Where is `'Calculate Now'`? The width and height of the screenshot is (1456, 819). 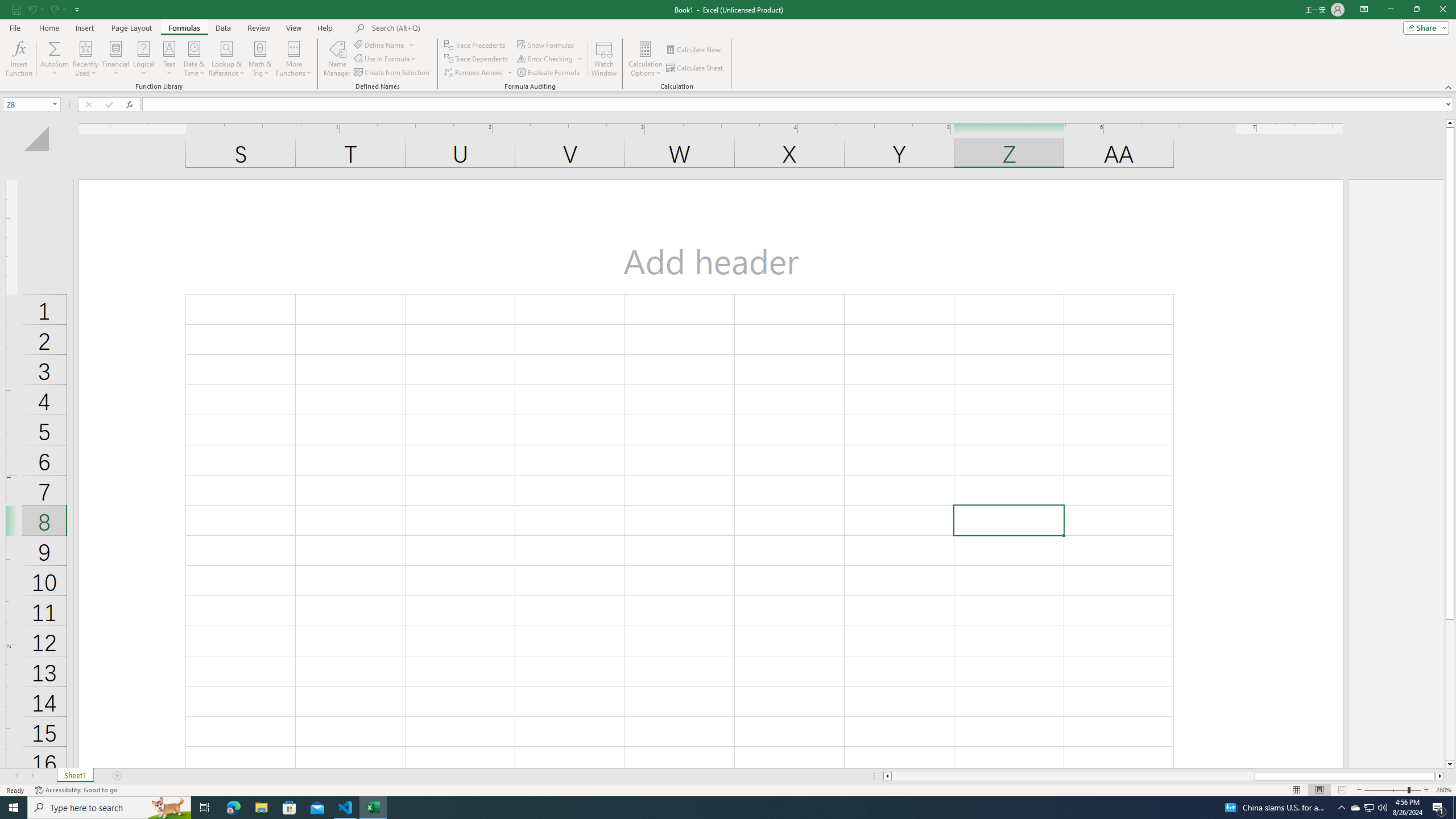
'Calculate Now' is located at coordinates (694, 49).